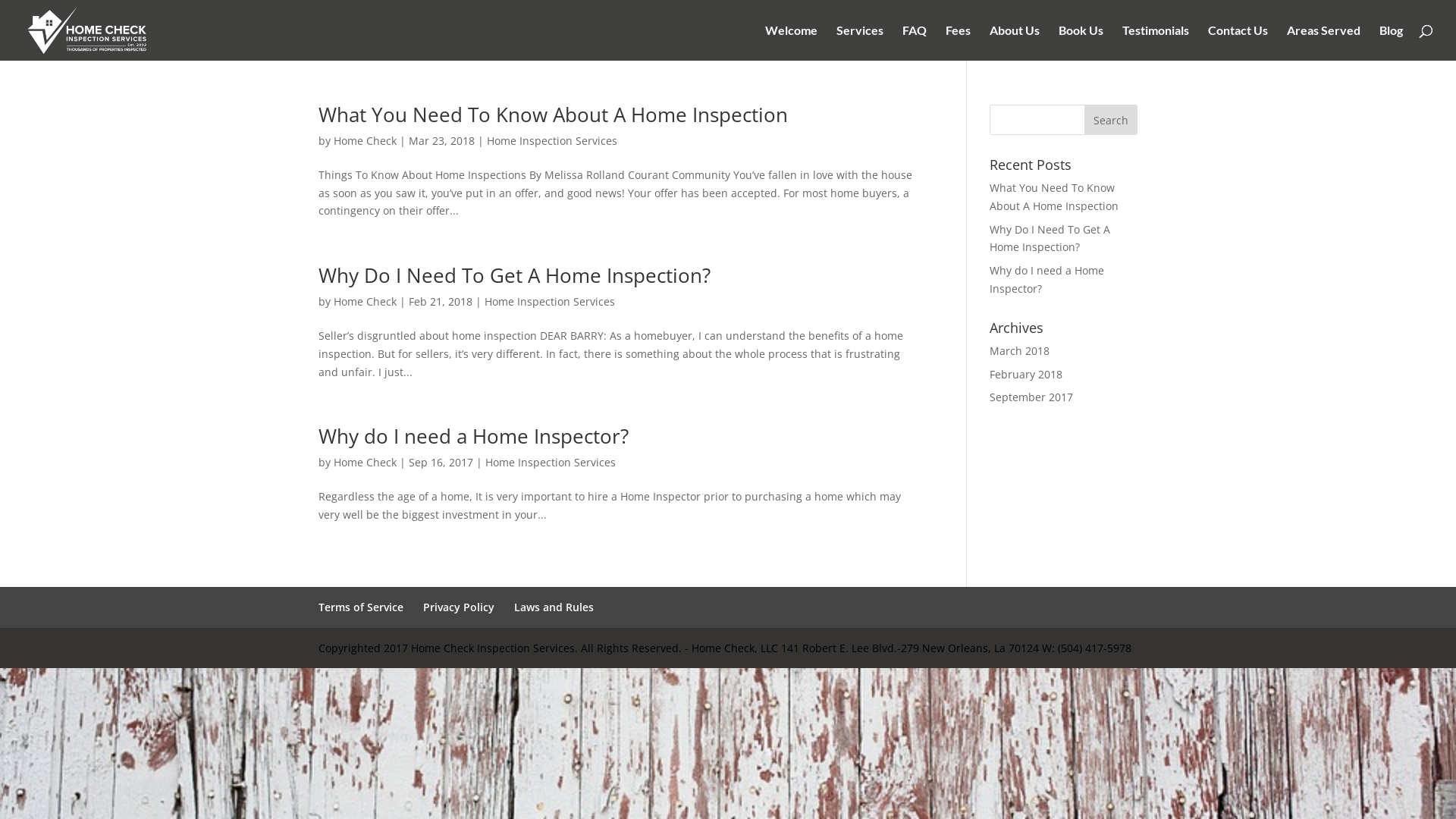 The height and width of the screenshot is (819, 1456). Describe the element at coordinates (859, 42) in the screenshot. I see `'Services'` at that location.